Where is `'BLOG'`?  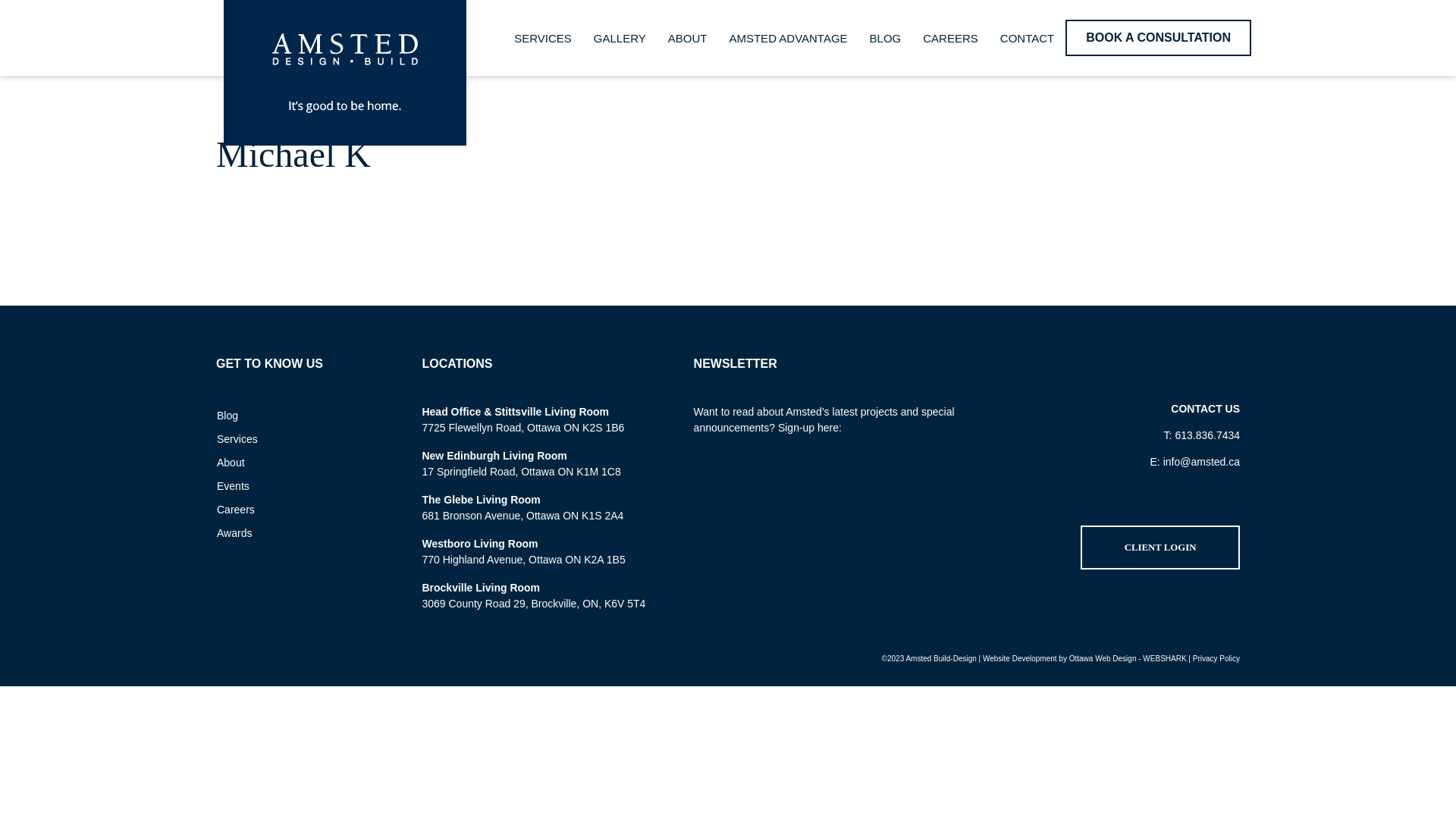 'BLOG' is located at coordinates (885, 36).